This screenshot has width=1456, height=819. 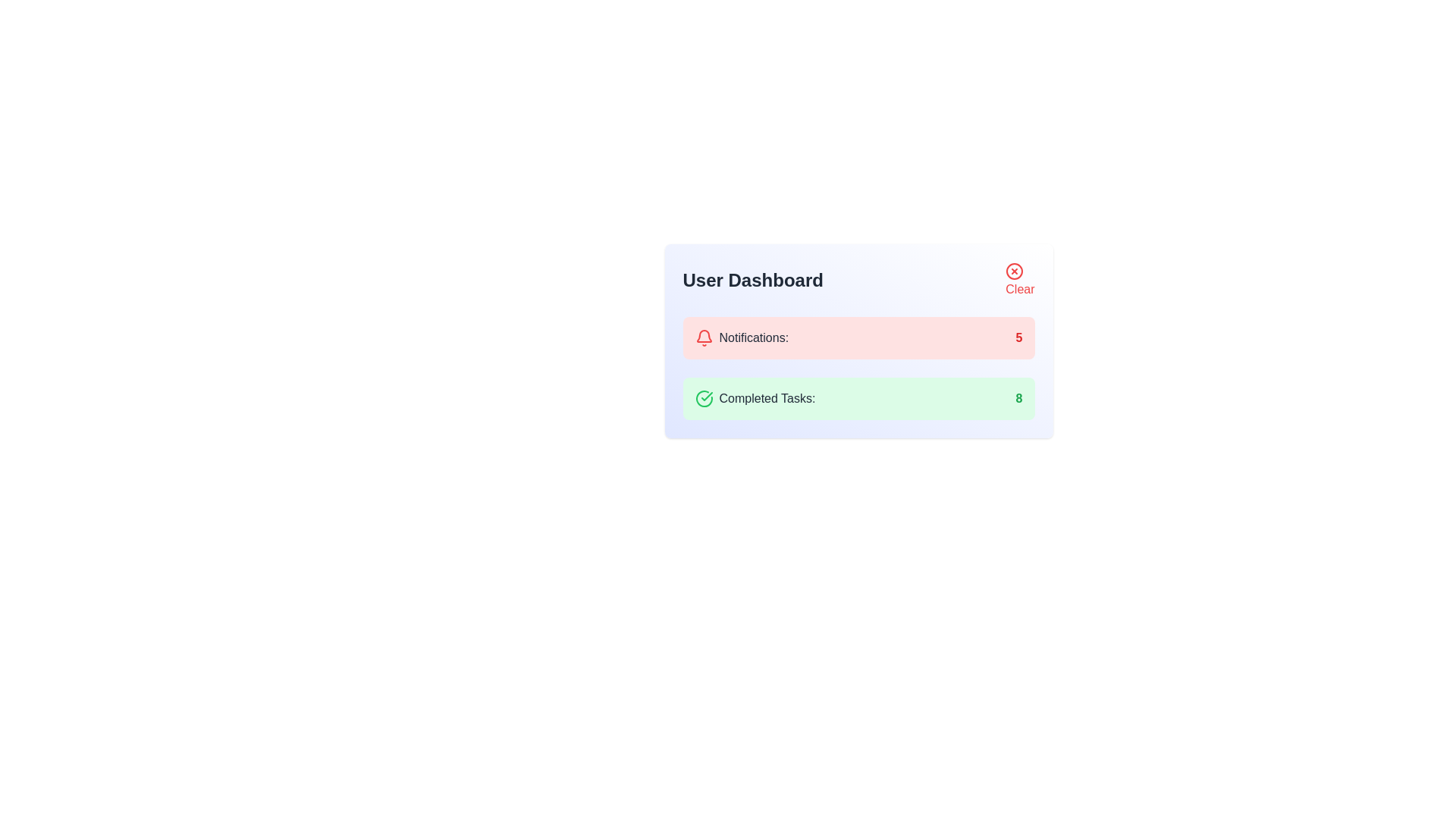 What do you see at coordinates (1019, 337) in the screenshot?
I see `bold red number '5' displayed prominently in the notification box, aligned to the right next to the label 'Notifications:'` at bounding box center [1019, 337].